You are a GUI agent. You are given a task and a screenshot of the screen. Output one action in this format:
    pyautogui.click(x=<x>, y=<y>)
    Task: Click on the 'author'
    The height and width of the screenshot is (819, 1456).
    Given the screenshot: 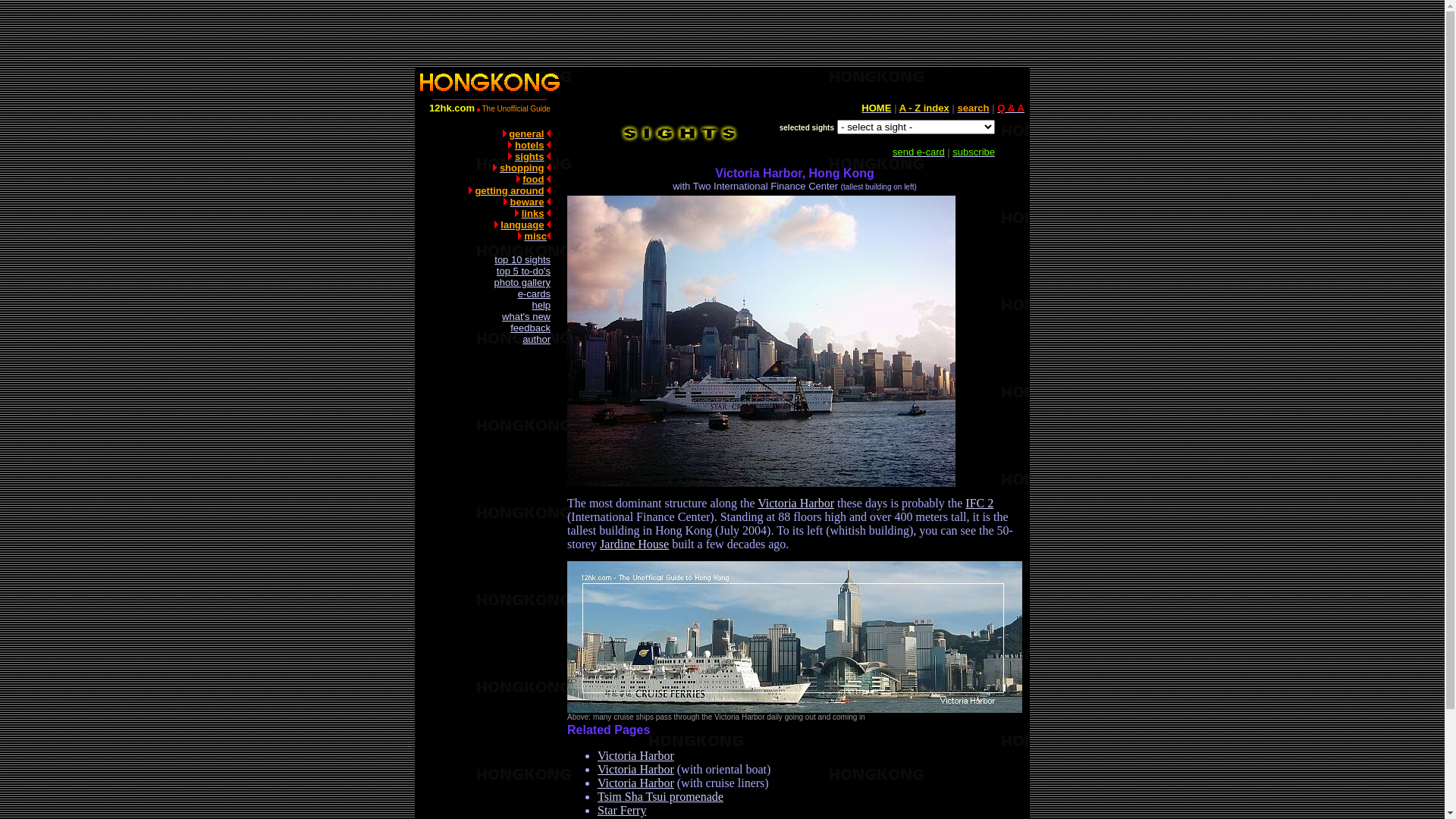 What is the action you would take?
    pyautogui.click(x=522, y=338)
    